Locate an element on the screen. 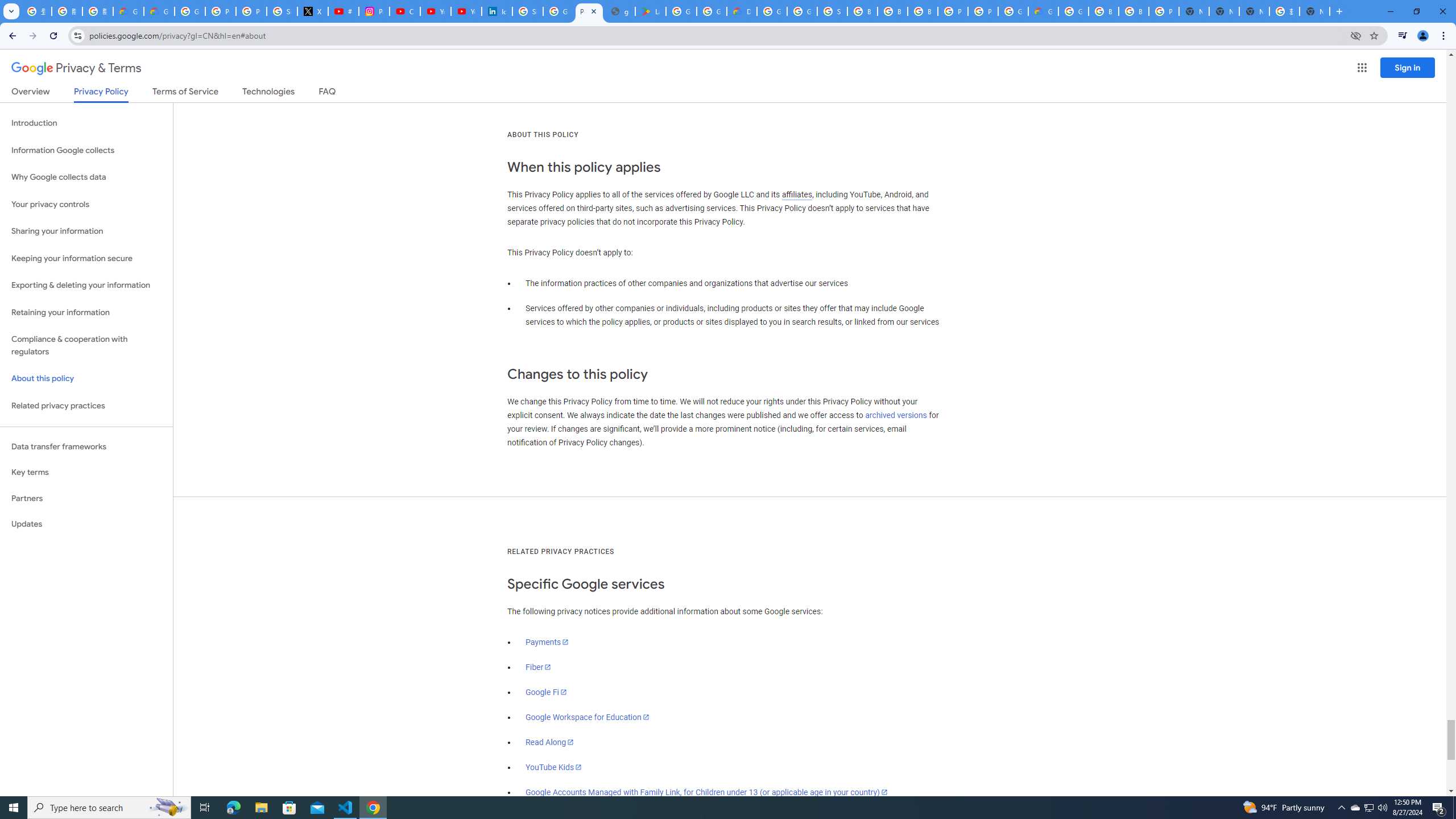 This screenshot has width=1456, height=819. 'Technologies' is located at coordinates (268, 93).